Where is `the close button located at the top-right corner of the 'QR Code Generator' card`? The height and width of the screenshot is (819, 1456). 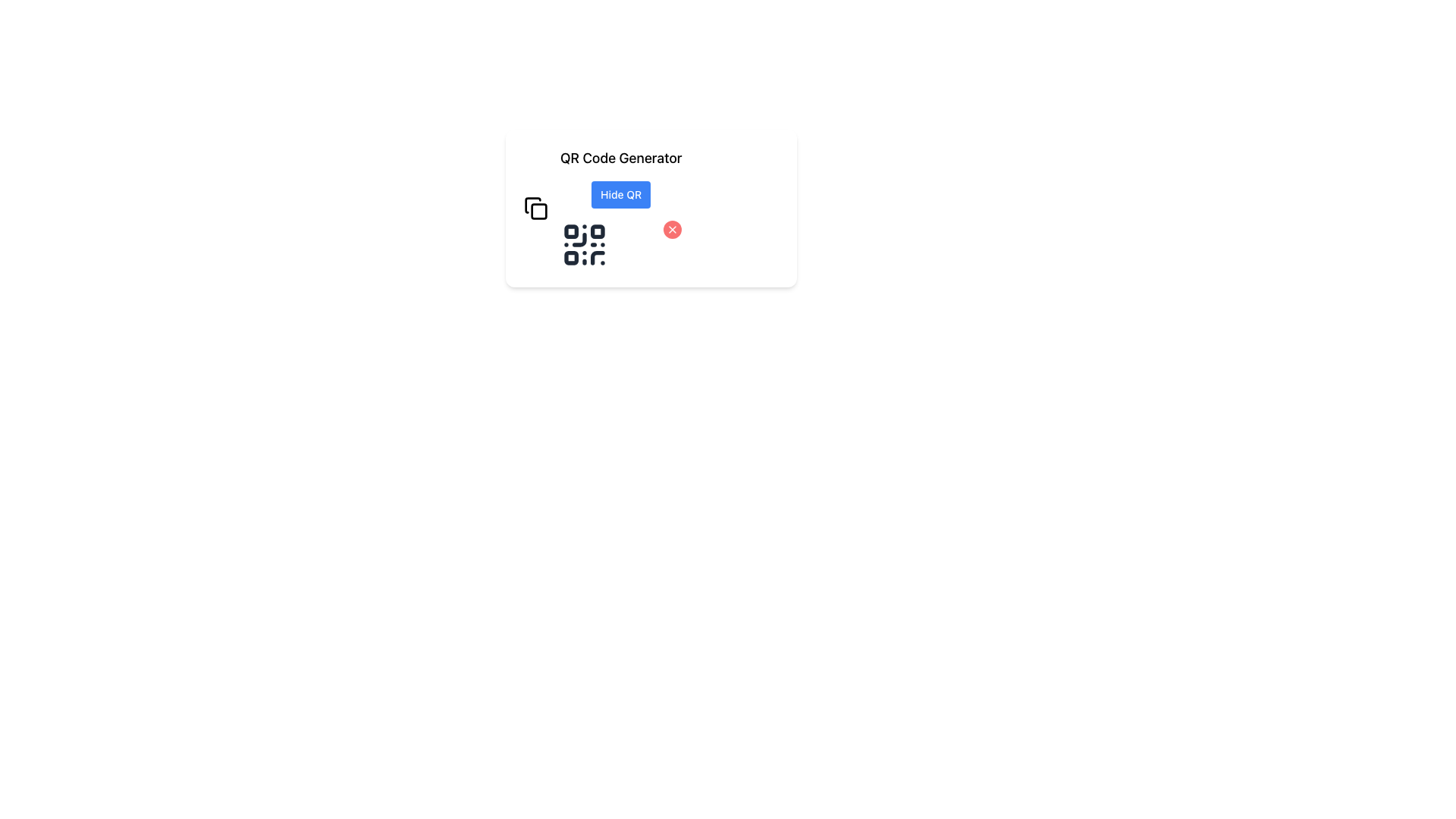 the close button located at the top-right corner of the 'QR Code Generator' card is located at coordinates (672, 230).